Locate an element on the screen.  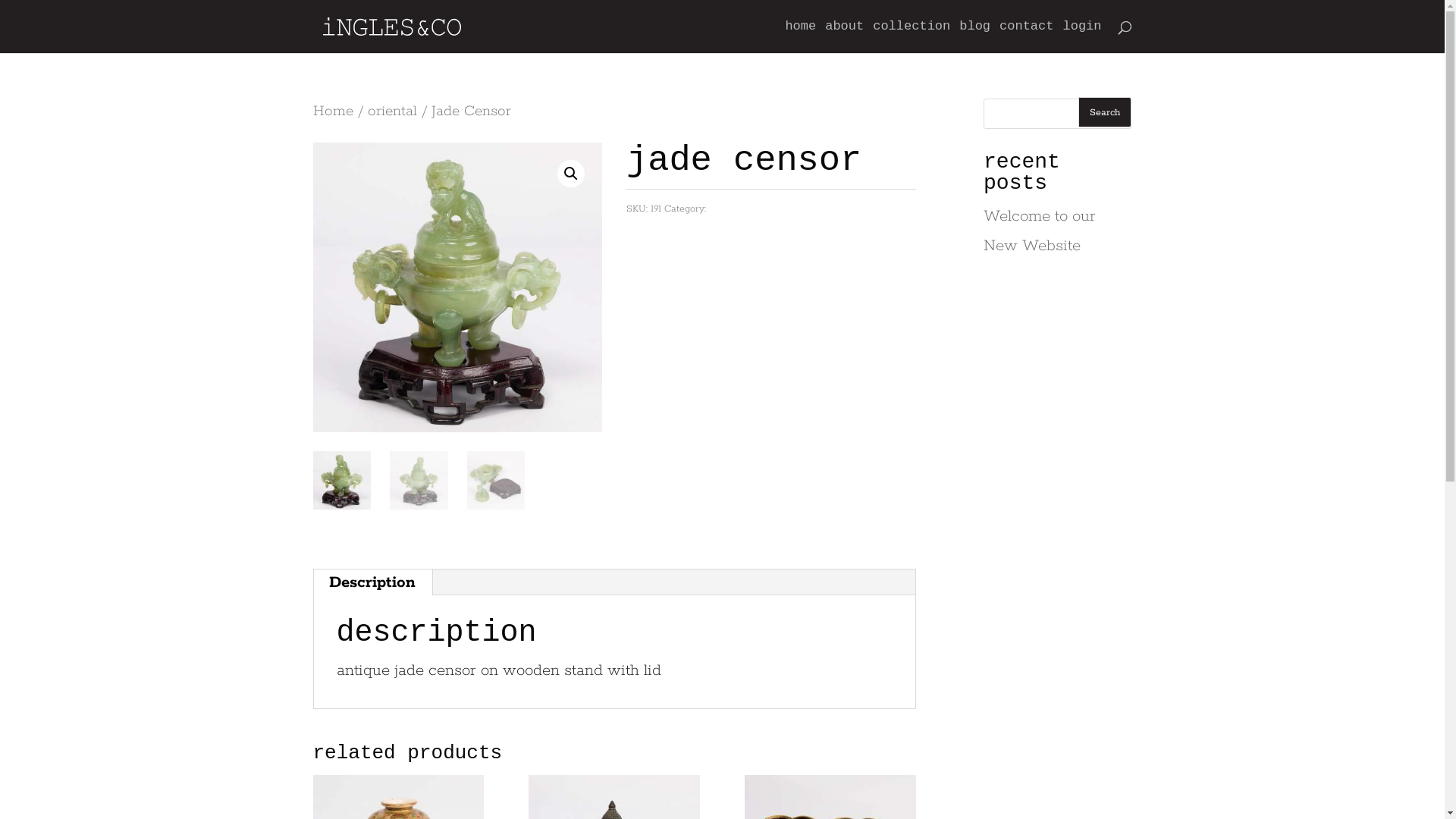
'oriental' is located at coordinates (367, 110).